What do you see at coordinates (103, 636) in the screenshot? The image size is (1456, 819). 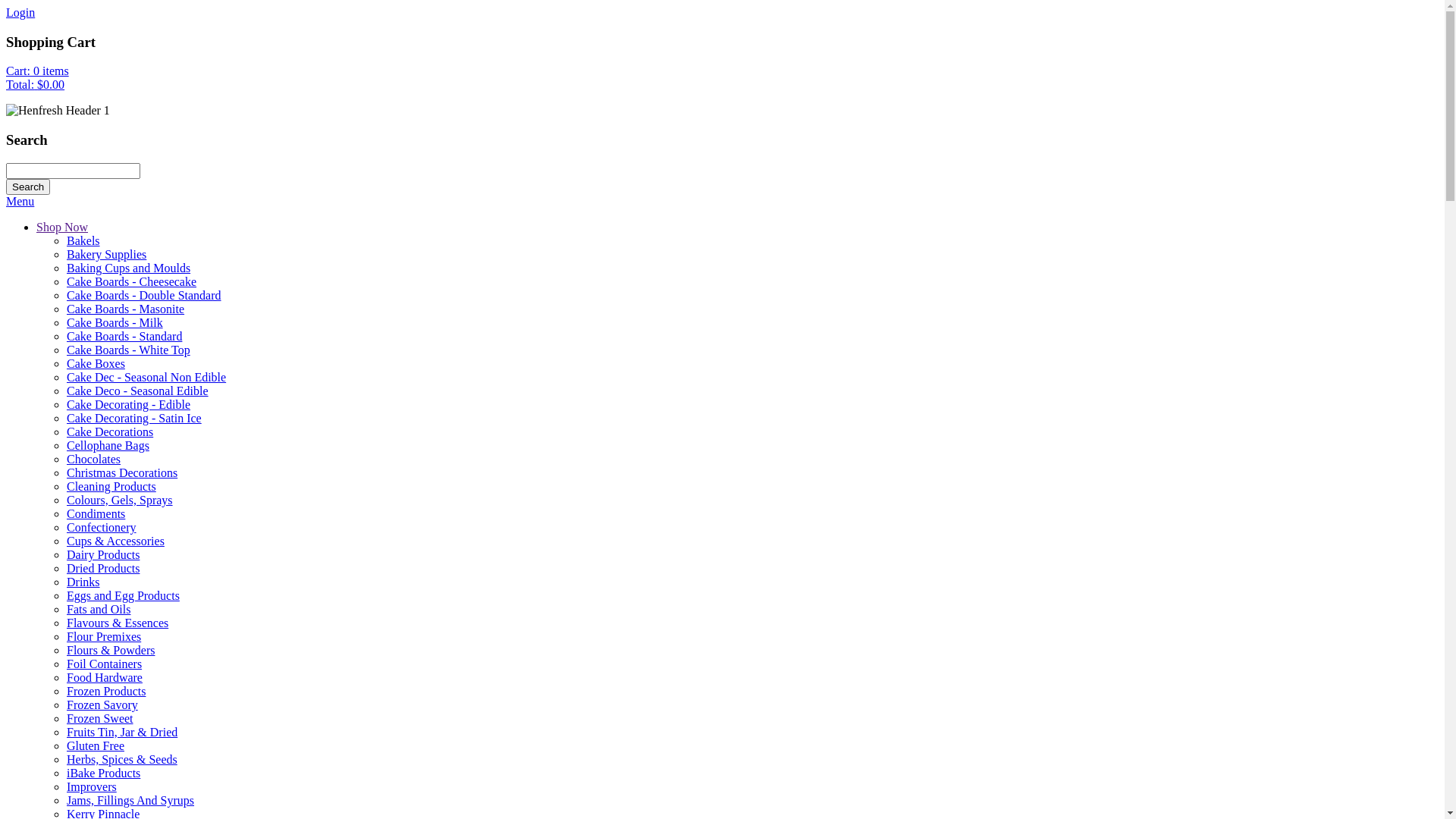 I see `'Flour Premixes'` at bounding box center [103, 636].